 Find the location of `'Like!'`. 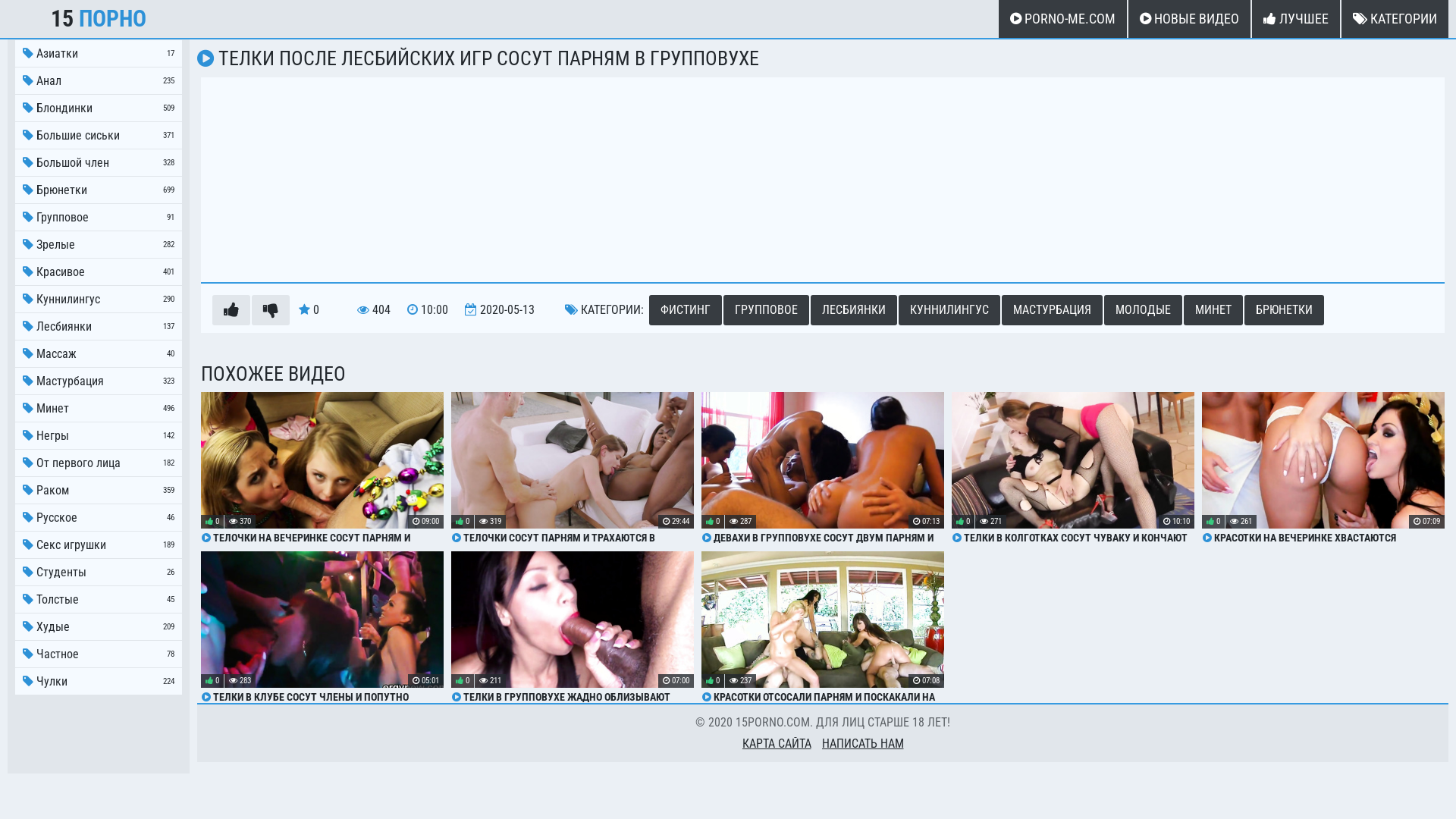

'Like!' is located at coordinates (231, 309).